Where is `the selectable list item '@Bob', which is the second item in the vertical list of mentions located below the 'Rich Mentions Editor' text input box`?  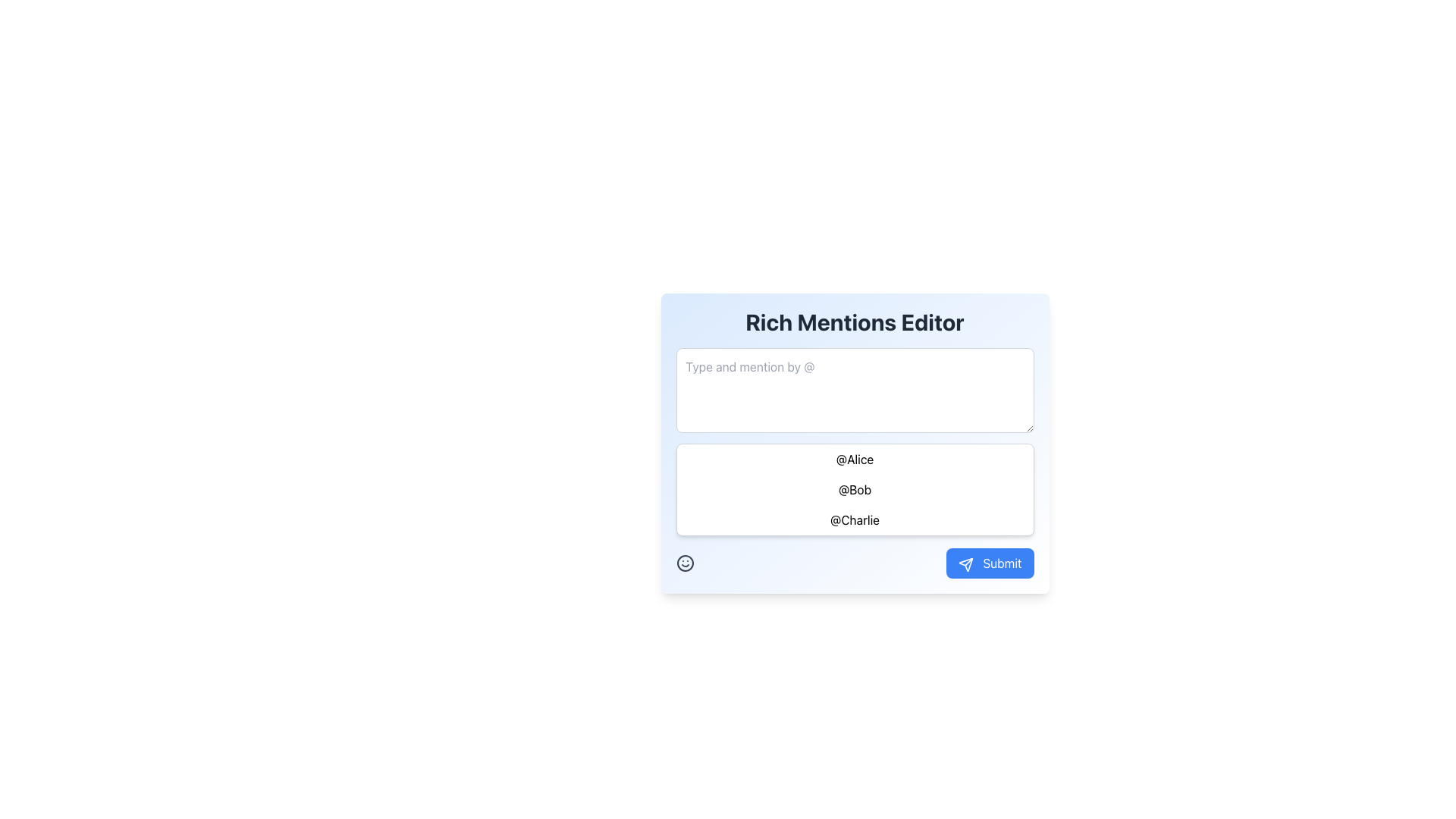
the selectable list item '@Bob', which is the second item in the vertical list of mentions located below the 'Rich Mentions Editor' text input box is located at coordinates (855, 489).